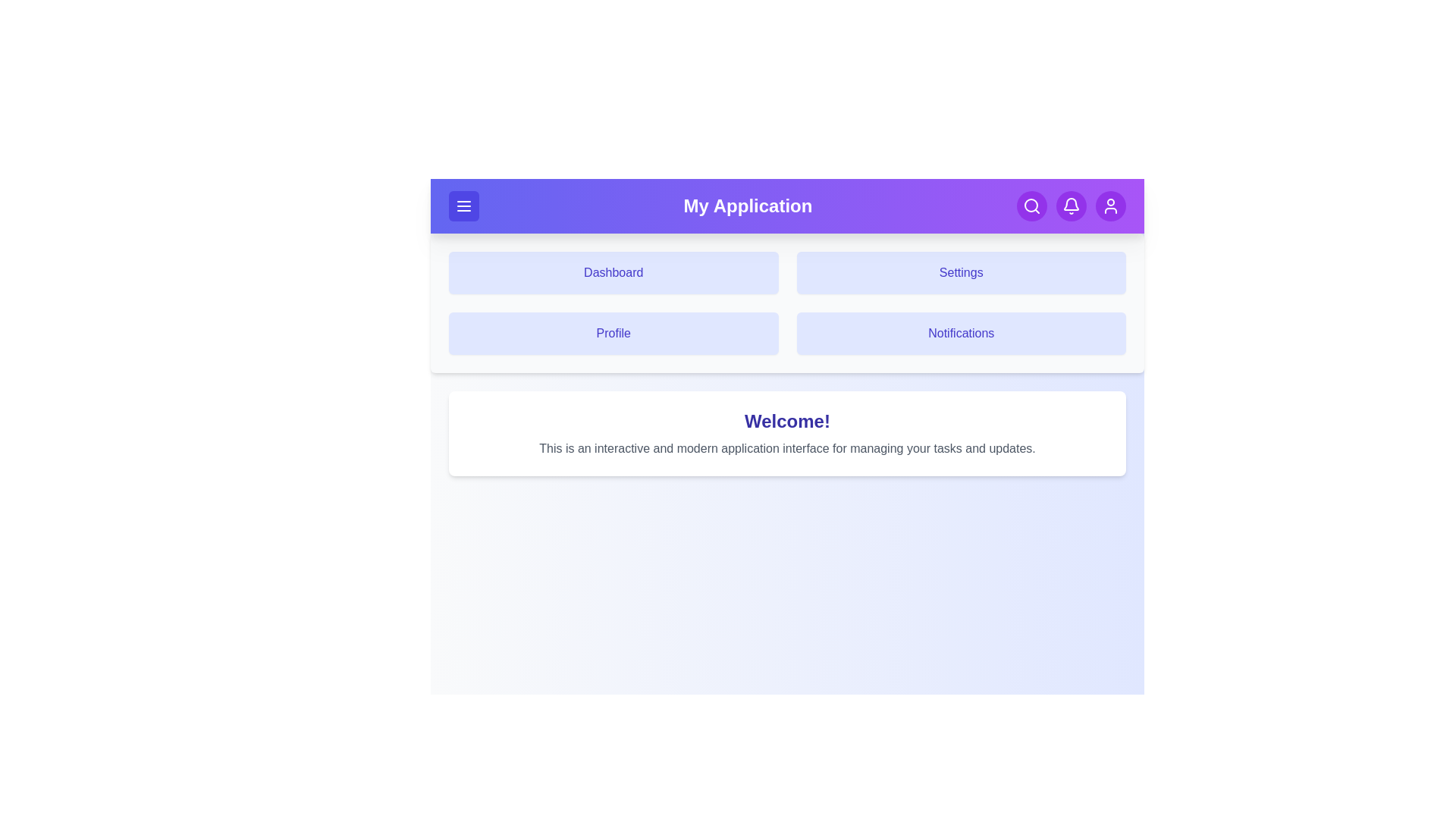  Describe the element at coordinates (960, 332) in the screenshot. I see `the navigation tile corresponding to Notifications to navigate to that section` at that location.